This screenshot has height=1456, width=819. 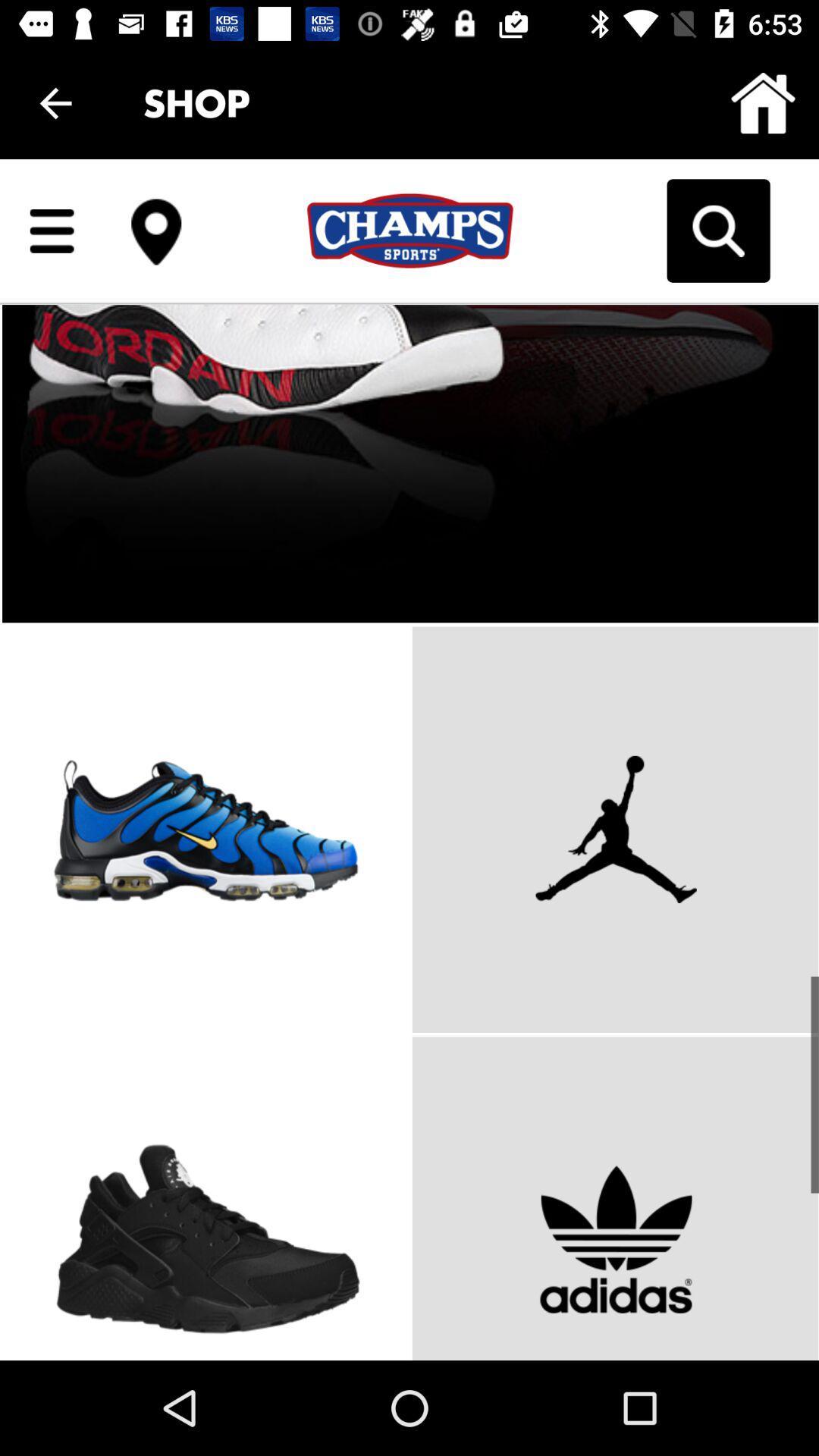 I want to click on body, so click(x=409, y=760).